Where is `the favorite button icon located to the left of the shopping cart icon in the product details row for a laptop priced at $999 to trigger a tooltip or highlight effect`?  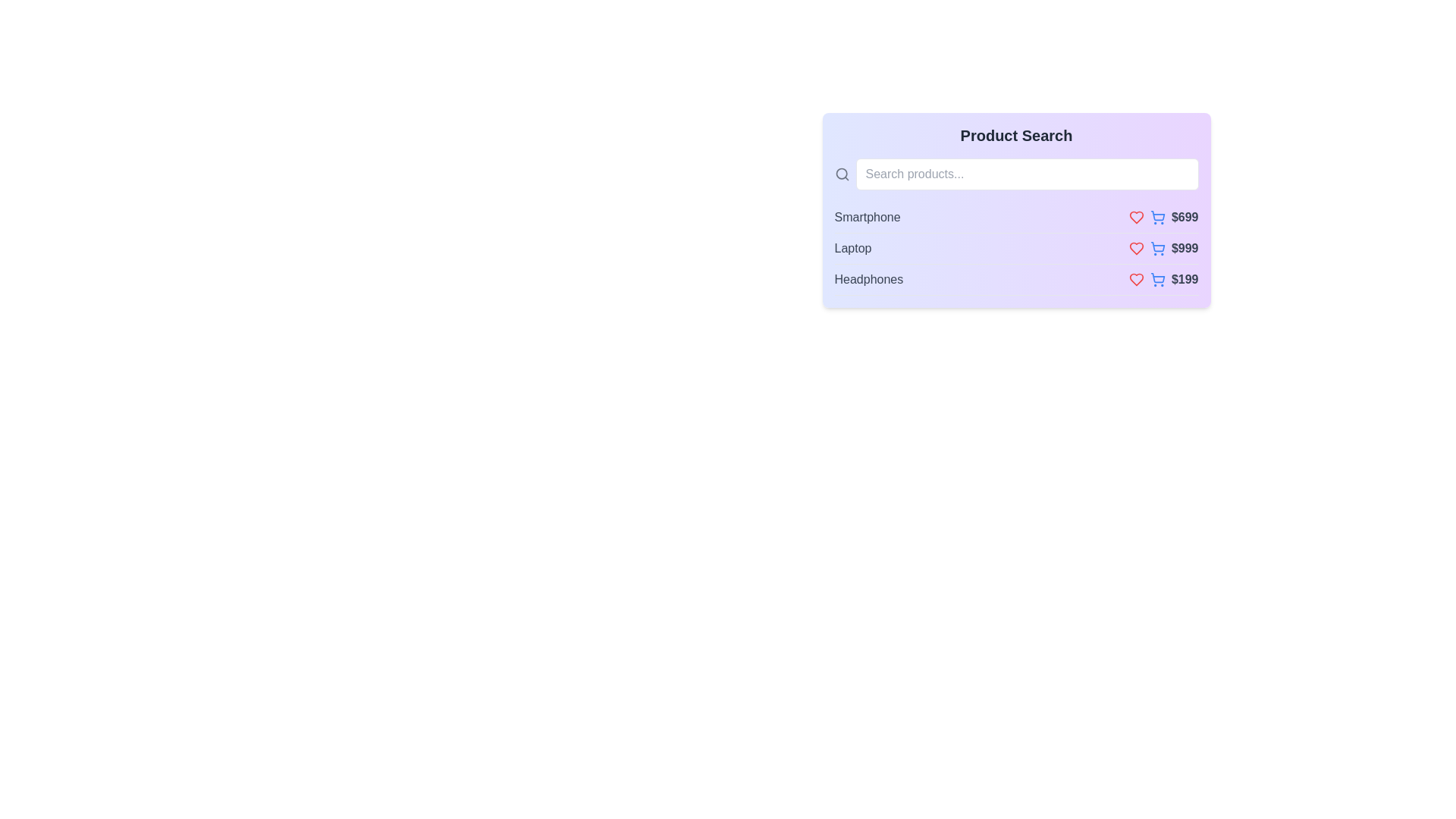 the favorite button icon located to the left of the shopping cart icon in the product details row for a laptop priced at $999 to trigger a tooltip or highlight effect is located at coordinates (1136, 247).